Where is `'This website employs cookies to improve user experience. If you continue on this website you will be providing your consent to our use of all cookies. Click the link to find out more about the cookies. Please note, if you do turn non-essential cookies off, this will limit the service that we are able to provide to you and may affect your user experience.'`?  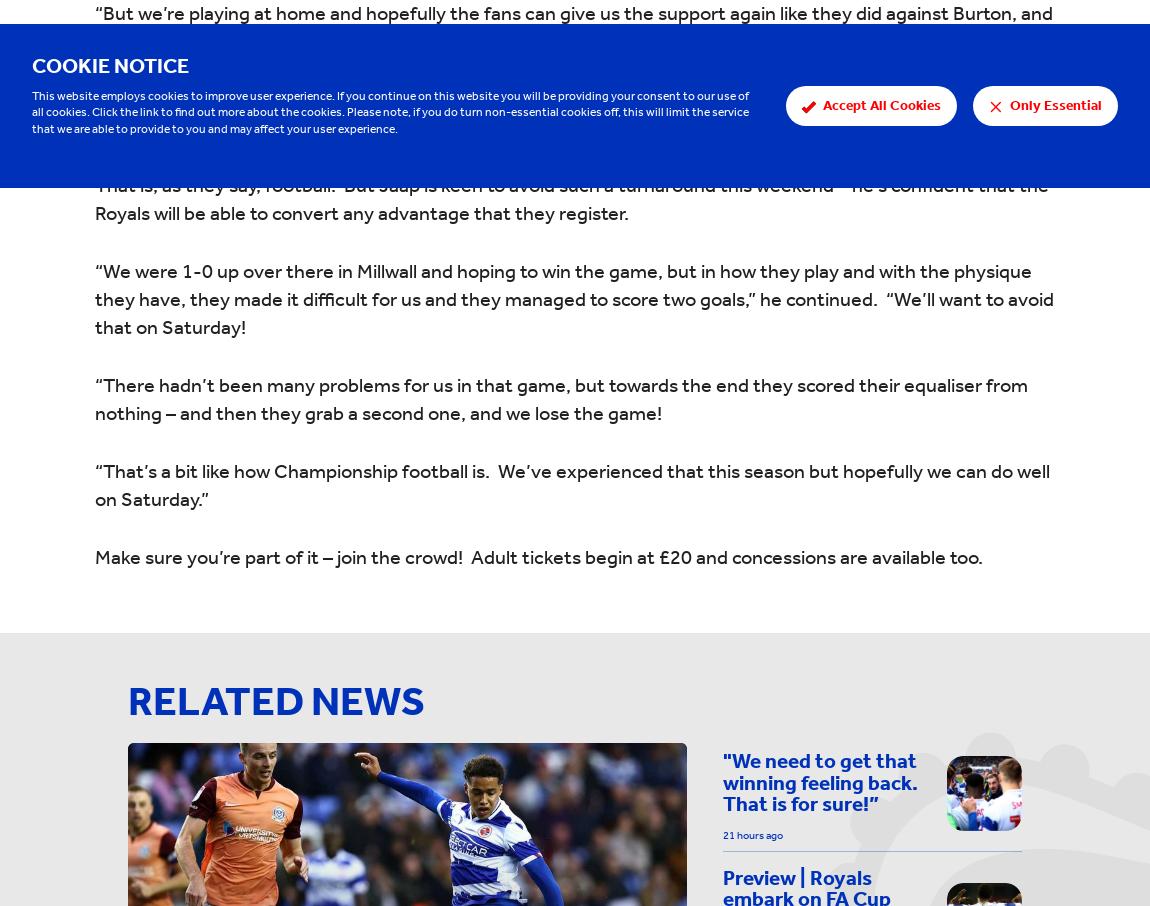
'This website employs cookies to improve user experience. If you continue on this website you will be providing your consent to our use of all cookies. Click the link to find out more about the cookies. Please note, if you do turn non-essential cookies off, this will limit the service that we are able to provide to you and may affect your user experience.' is located at coordinates (390, 110).